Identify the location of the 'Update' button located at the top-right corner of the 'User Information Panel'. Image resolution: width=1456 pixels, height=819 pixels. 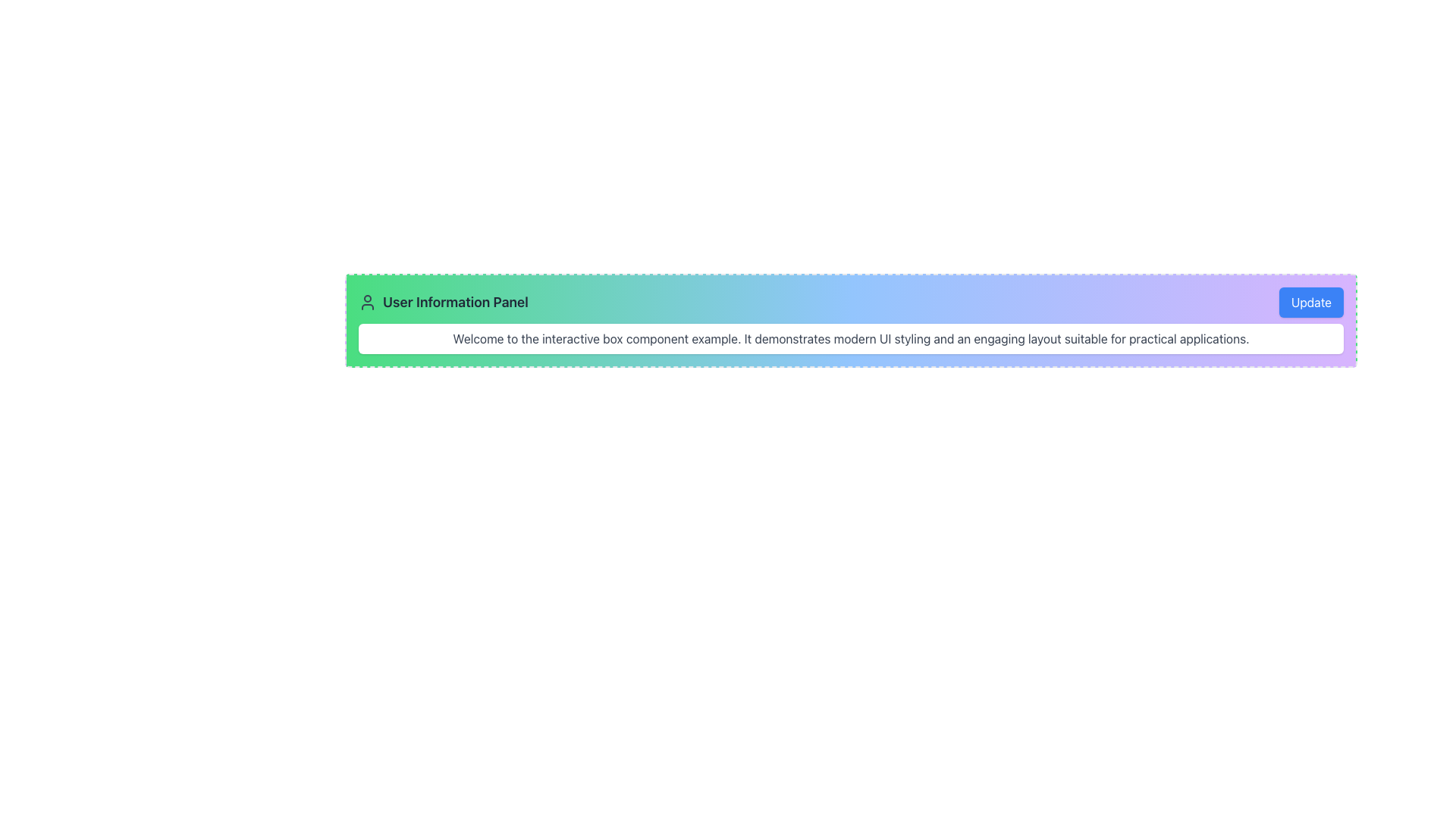
(1310, 302).